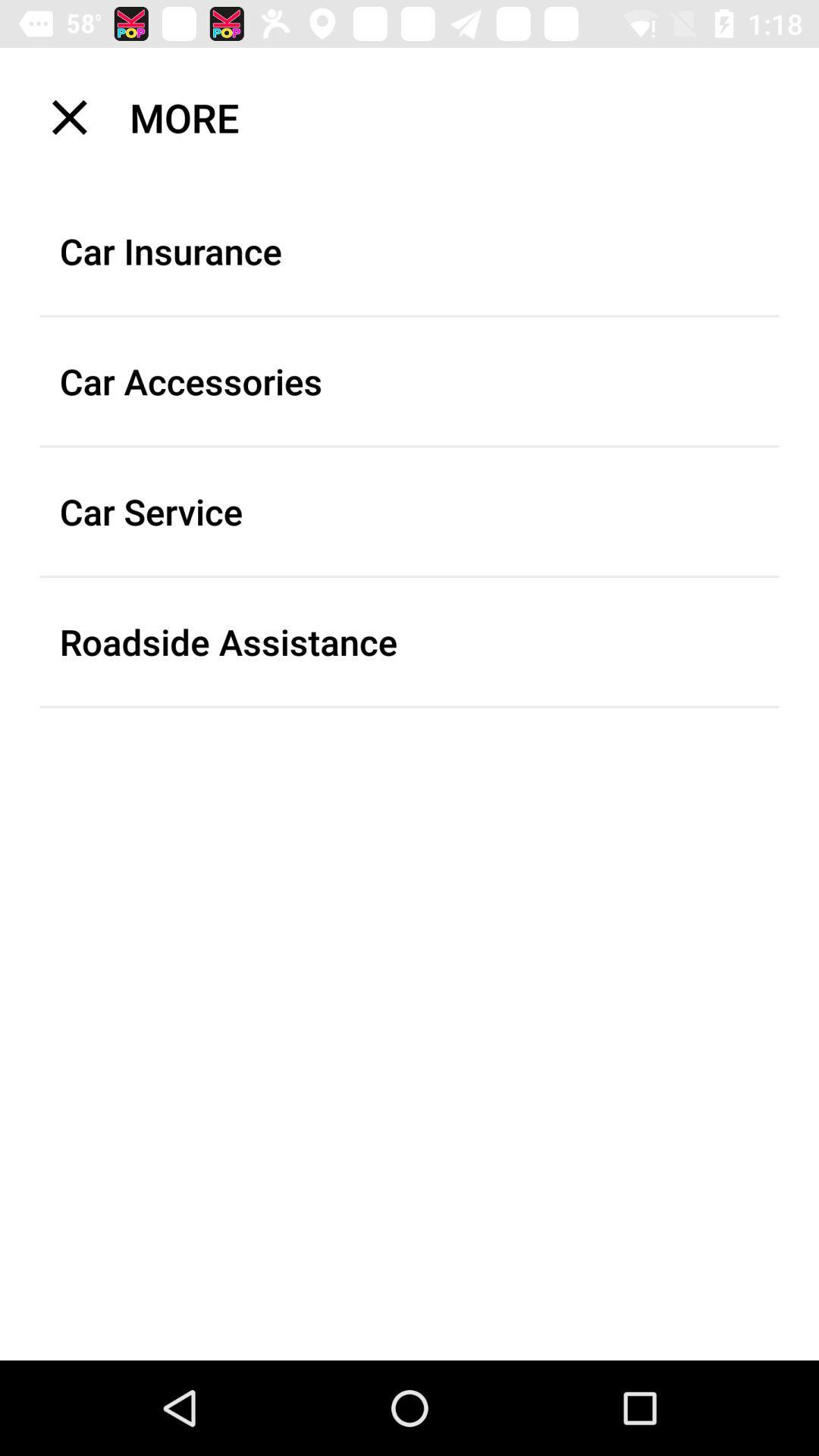 The image size is (819, 1456). What do you see at coordinates (419, 116) in the screenshot?
I see `the more` at bounding box center [419, 116].